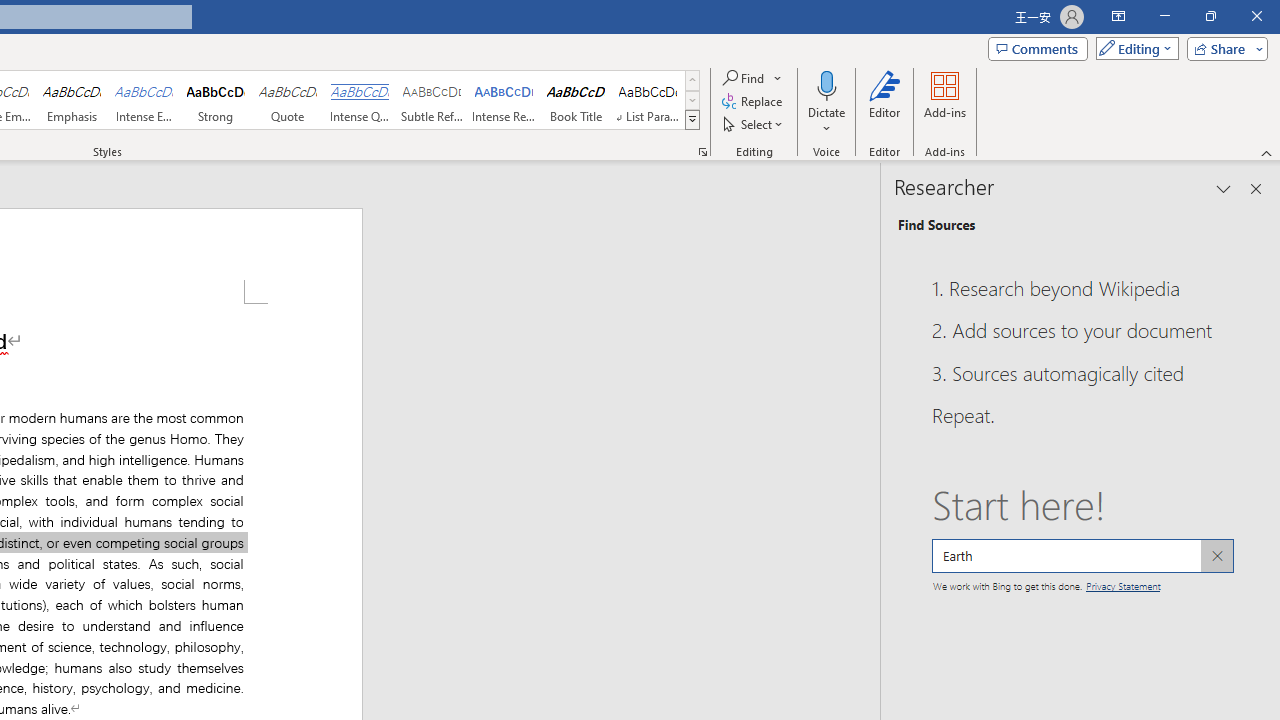 This screenshot has height=720, width=1280. Describe the element at coordinates (752, 77) in the screenshot. I see `'Find'` at that location.